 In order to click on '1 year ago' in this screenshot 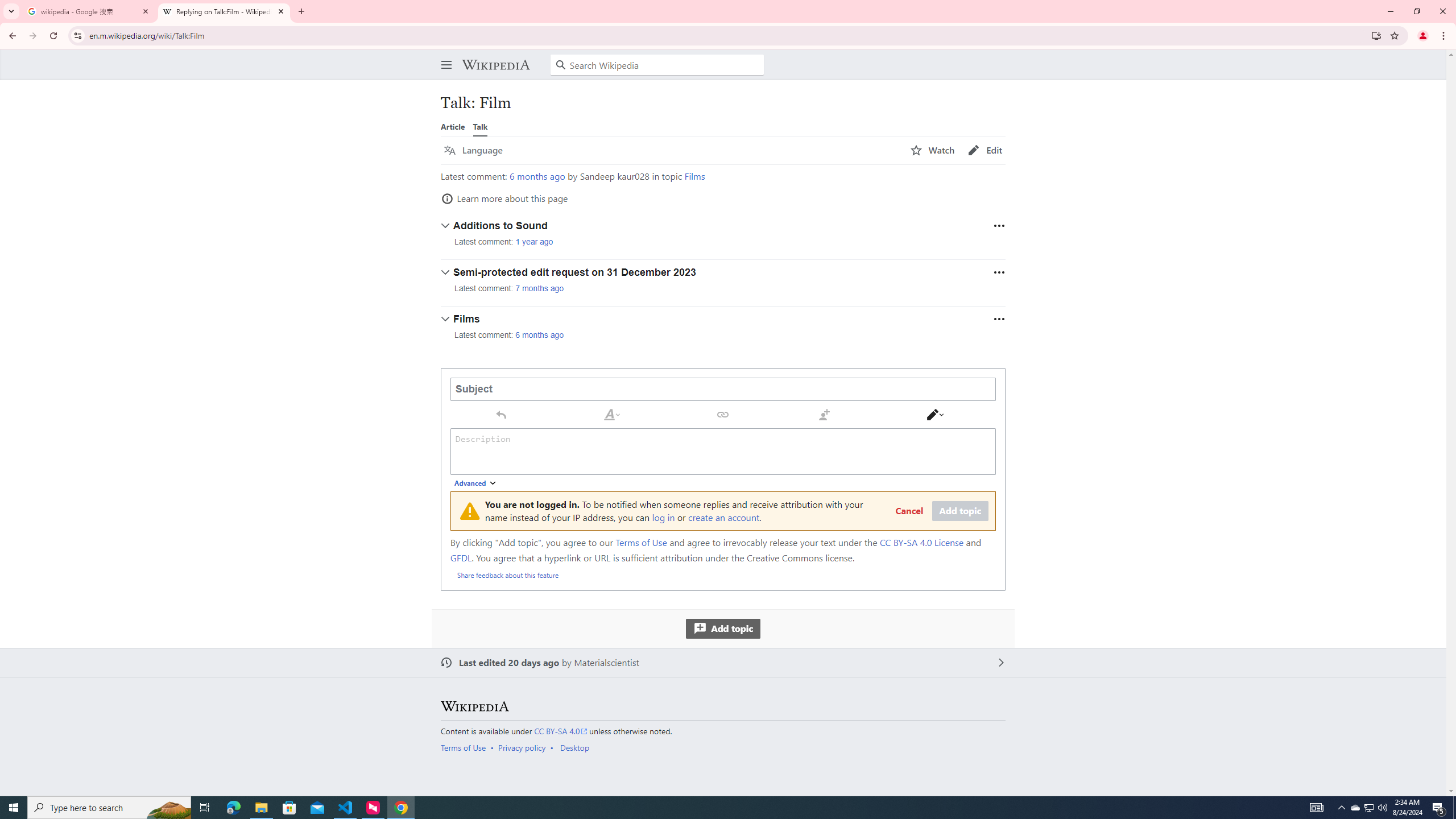, I will do `click(533, 242)`.